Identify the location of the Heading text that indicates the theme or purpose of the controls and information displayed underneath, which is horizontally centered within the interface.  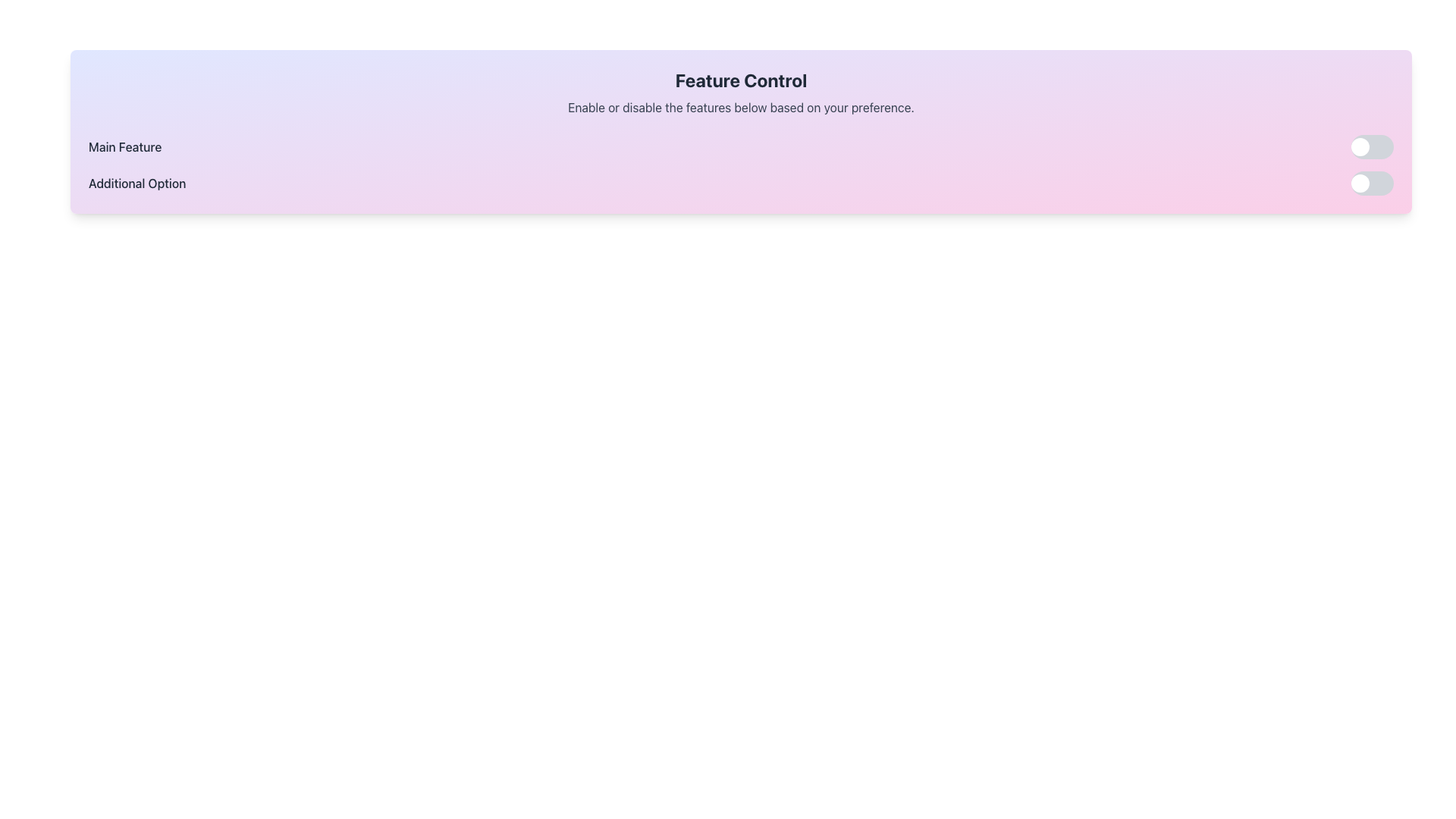
(741, 80).